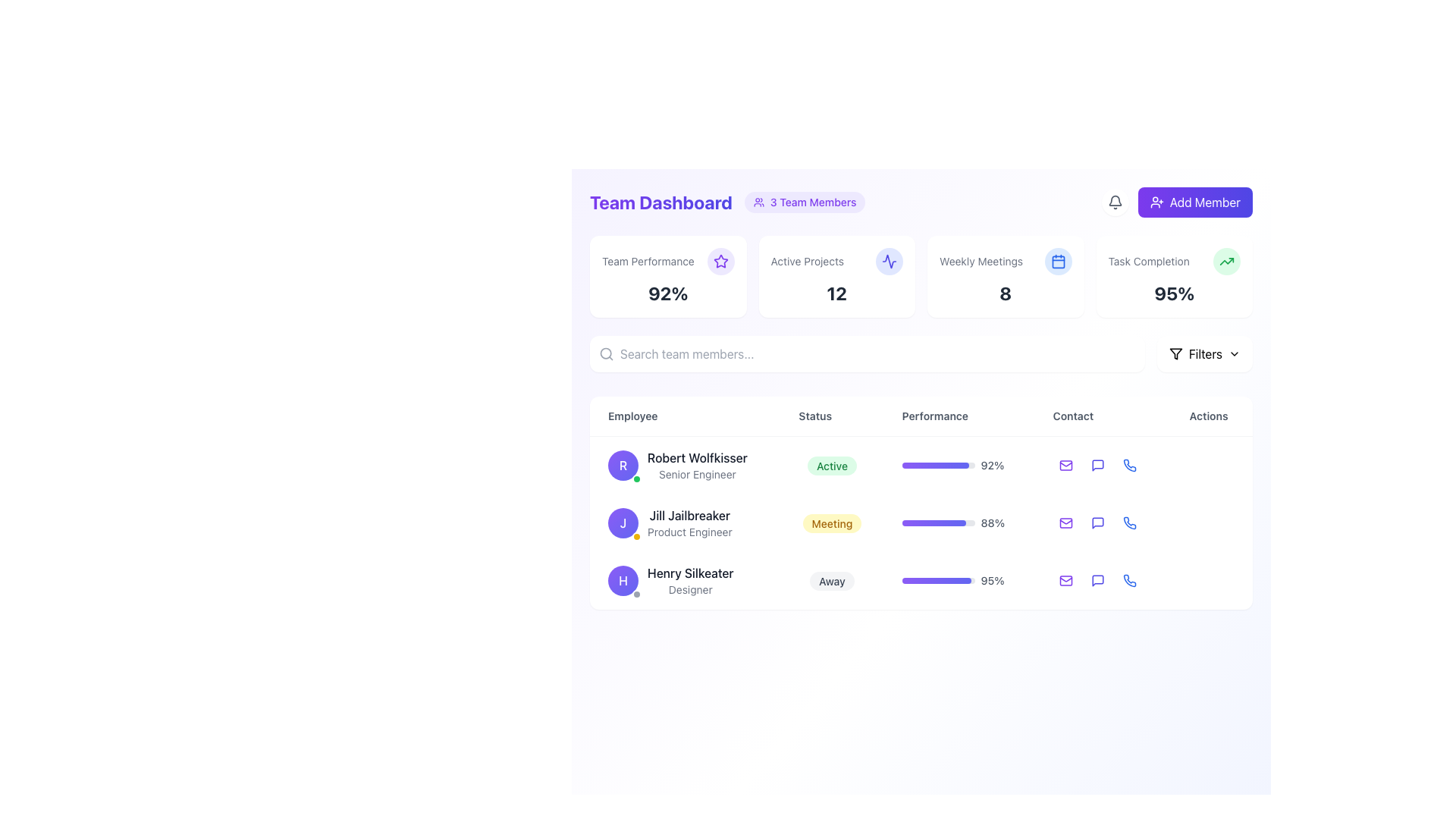 The image size is (1456, 819). Describe the element at coordinates (889, 260) in the screenshot. I see `the circular icon with a light indigo background and a bold indigo line graph, located to the right of 'Active Projects' on the dashboard` at that location.